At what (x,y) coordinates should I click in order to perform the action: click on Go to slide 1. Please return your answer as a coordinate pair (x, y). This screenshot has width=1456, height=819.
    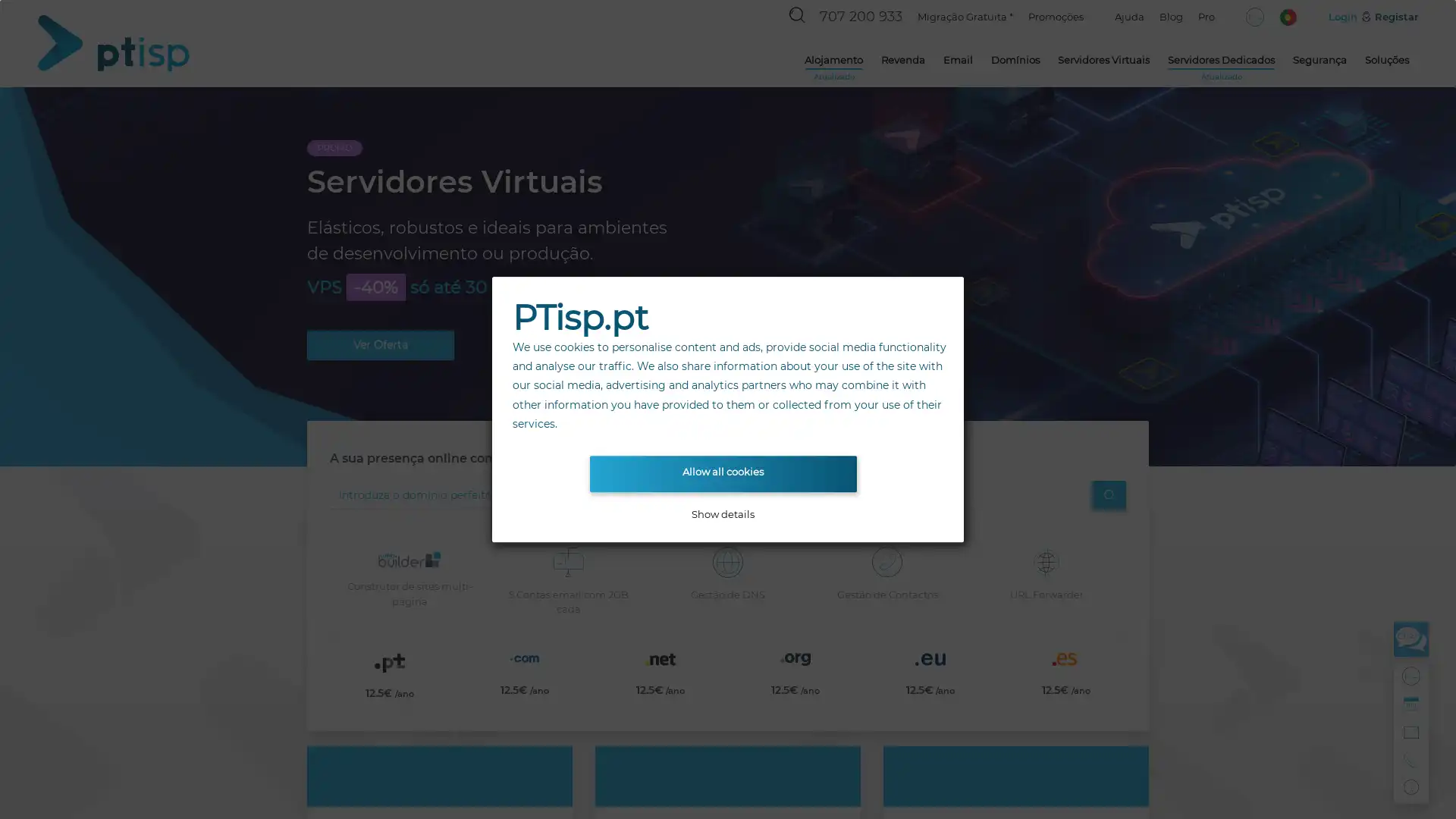
    Looking at the image, I should click on (682, 403).